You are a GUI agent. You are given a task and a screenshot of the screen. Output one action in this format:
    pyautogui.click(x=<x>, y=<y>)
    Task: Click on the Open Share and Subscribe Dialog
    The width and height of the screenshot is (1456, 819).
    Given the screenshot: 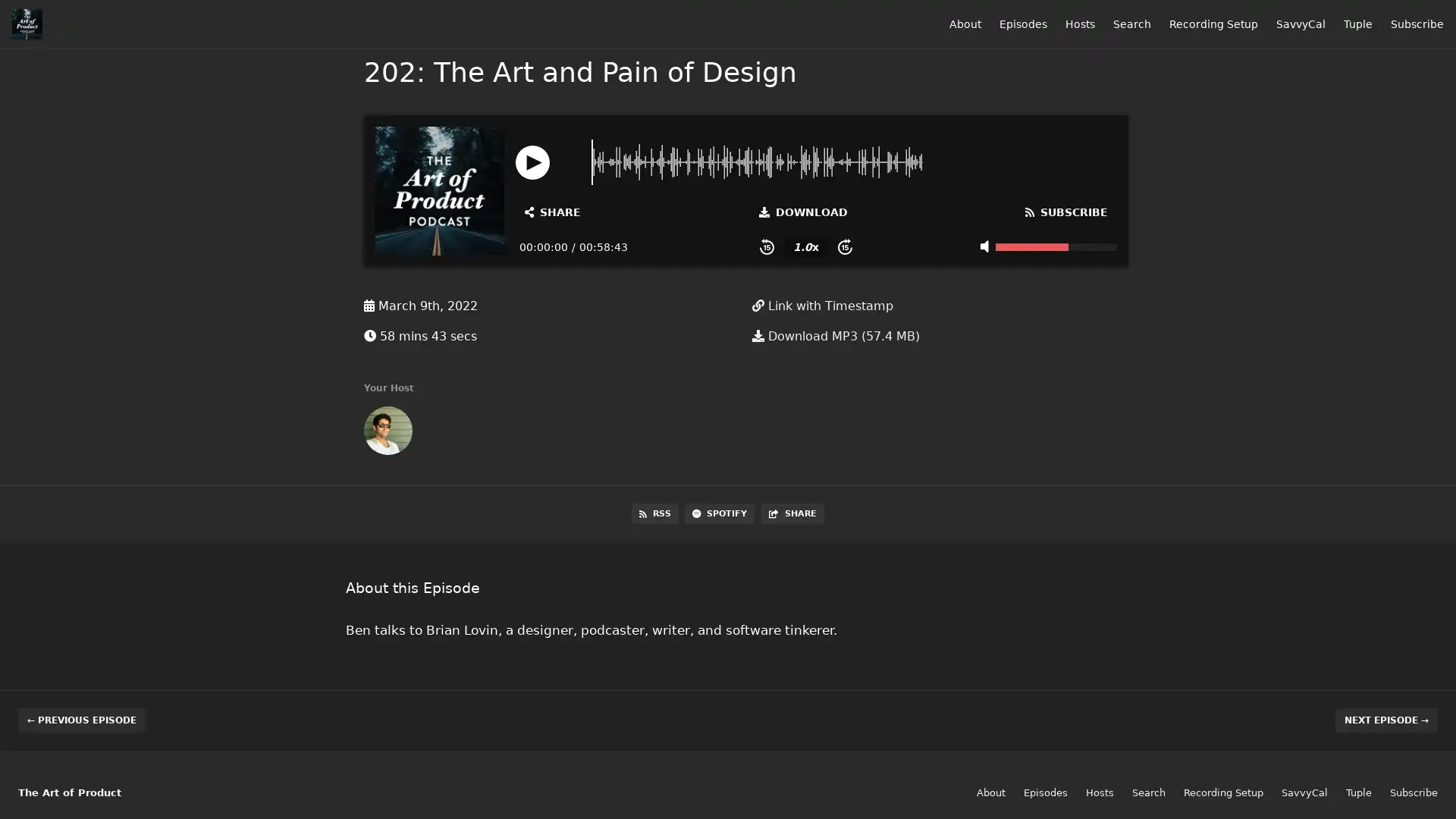 What is the action you would take?
    pyautogui.click(x=552, y=211)
    